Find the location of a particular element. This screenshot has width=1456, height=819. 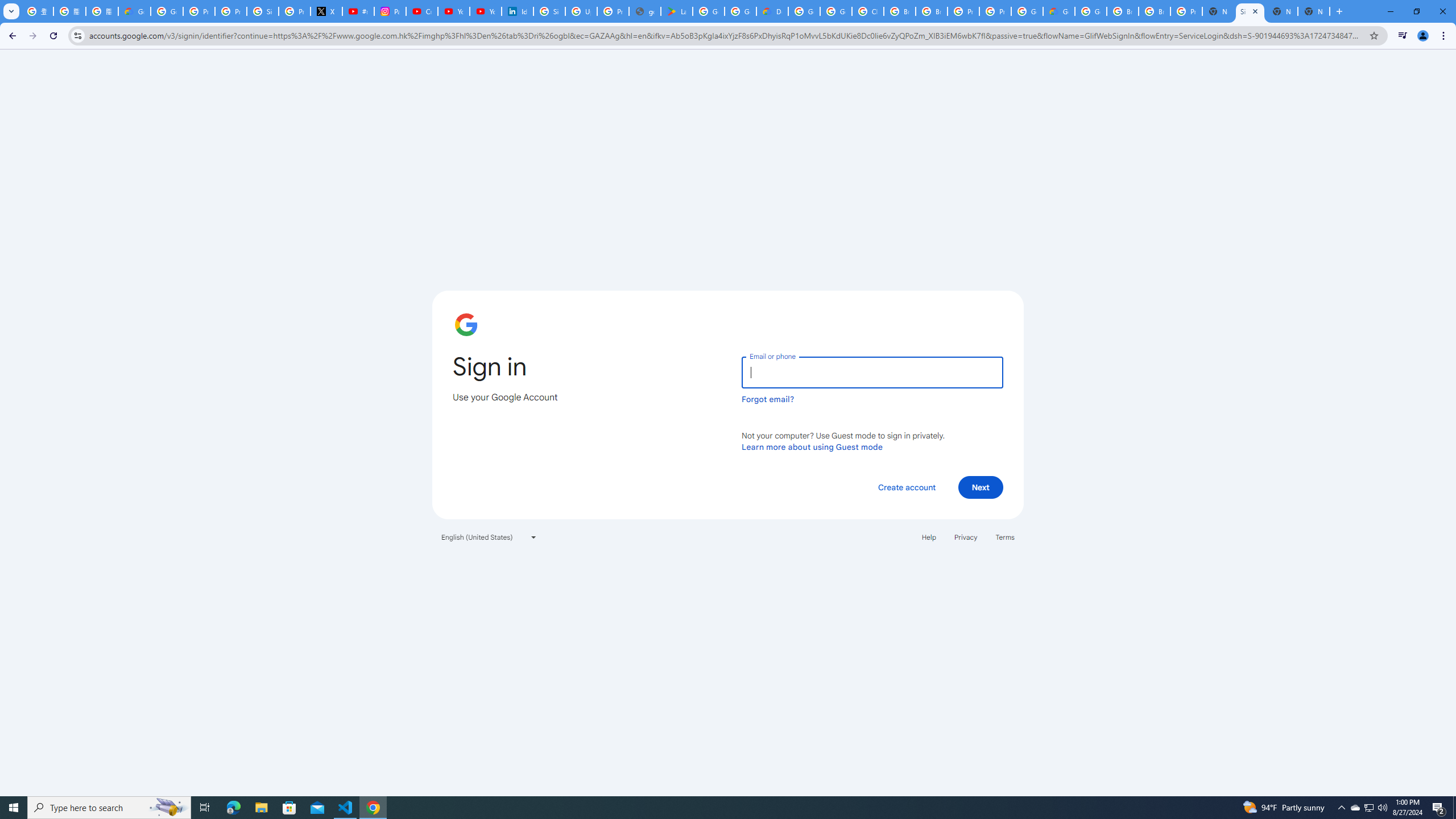

'Control your music, videos, and more' is located at coordinates (1403, 35).